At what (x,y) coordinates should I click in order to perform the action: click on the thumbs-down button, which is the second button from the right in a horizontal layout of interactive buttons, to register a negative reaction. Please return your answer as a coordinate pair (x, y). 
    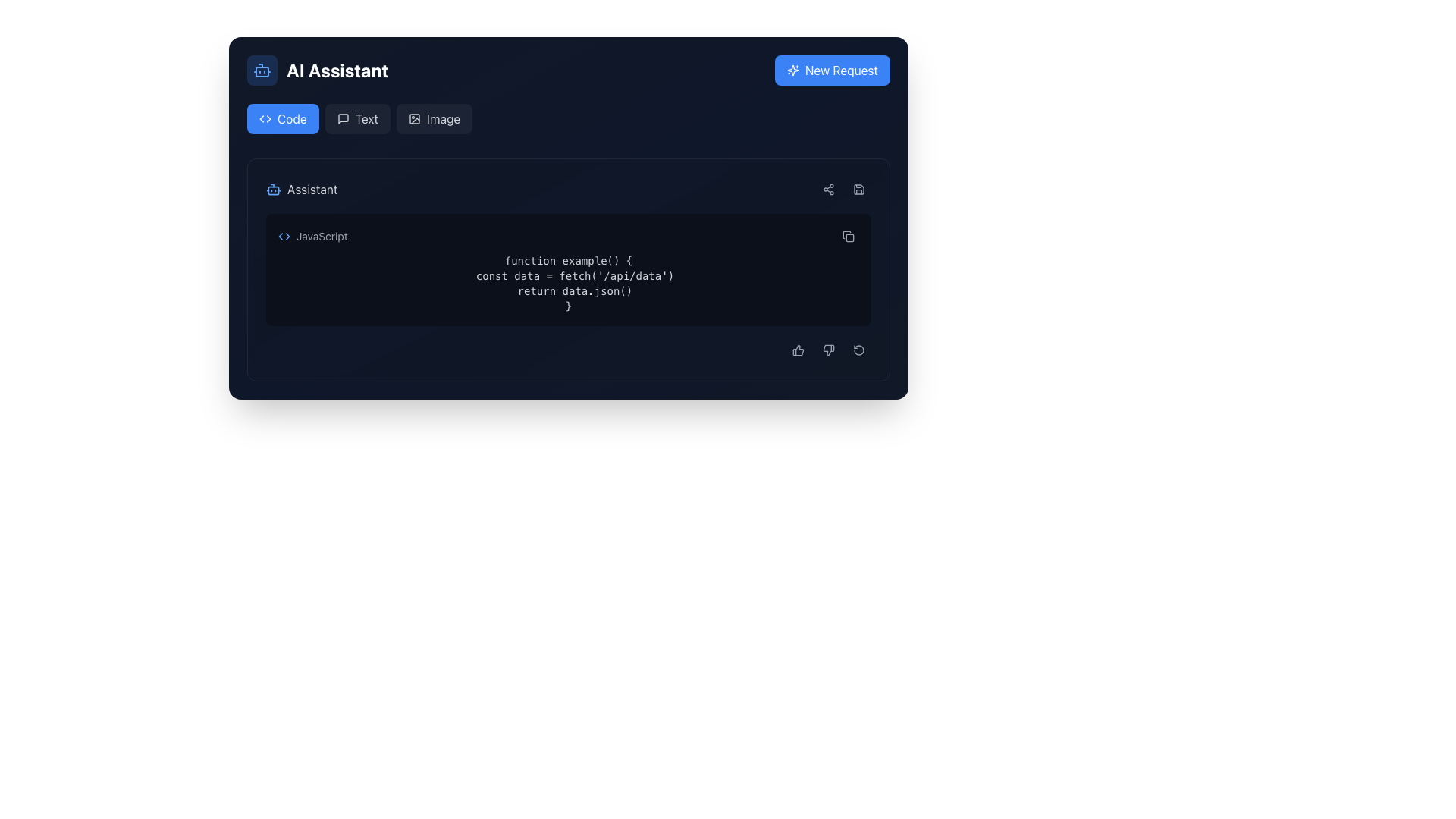
    Looking at the image, I should click on (828, 350).